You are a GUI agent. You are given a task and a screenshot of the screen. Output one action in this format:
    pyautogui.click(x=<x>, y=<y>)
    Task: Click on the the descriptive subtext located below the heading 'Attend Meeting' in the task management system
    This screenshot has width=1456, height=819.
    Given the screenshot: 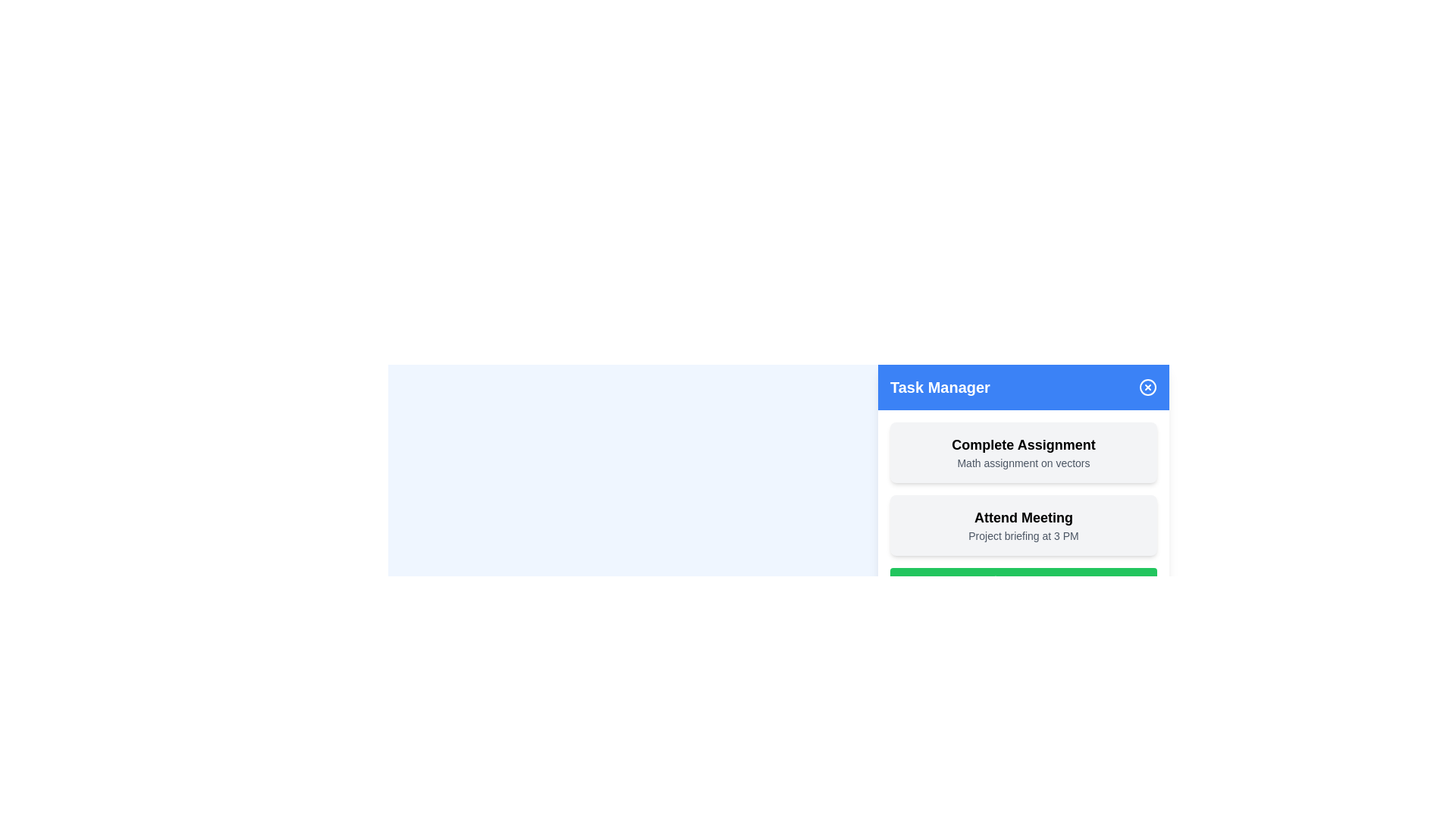 What is the action you would take?
    pyautogui.click(x=1023, y=535)
    